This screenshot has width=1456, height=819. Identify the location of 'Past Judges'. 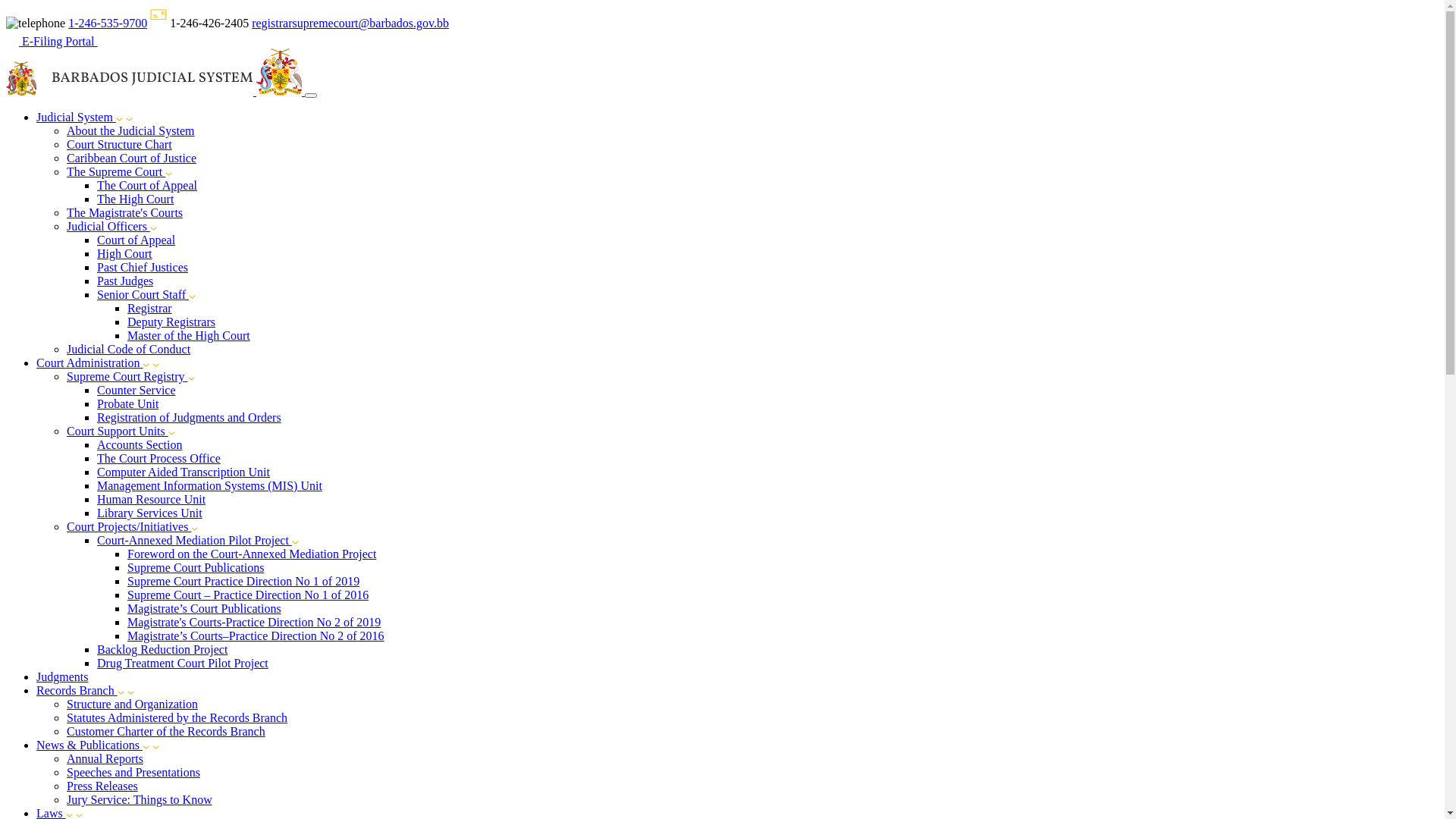
(124, 281).